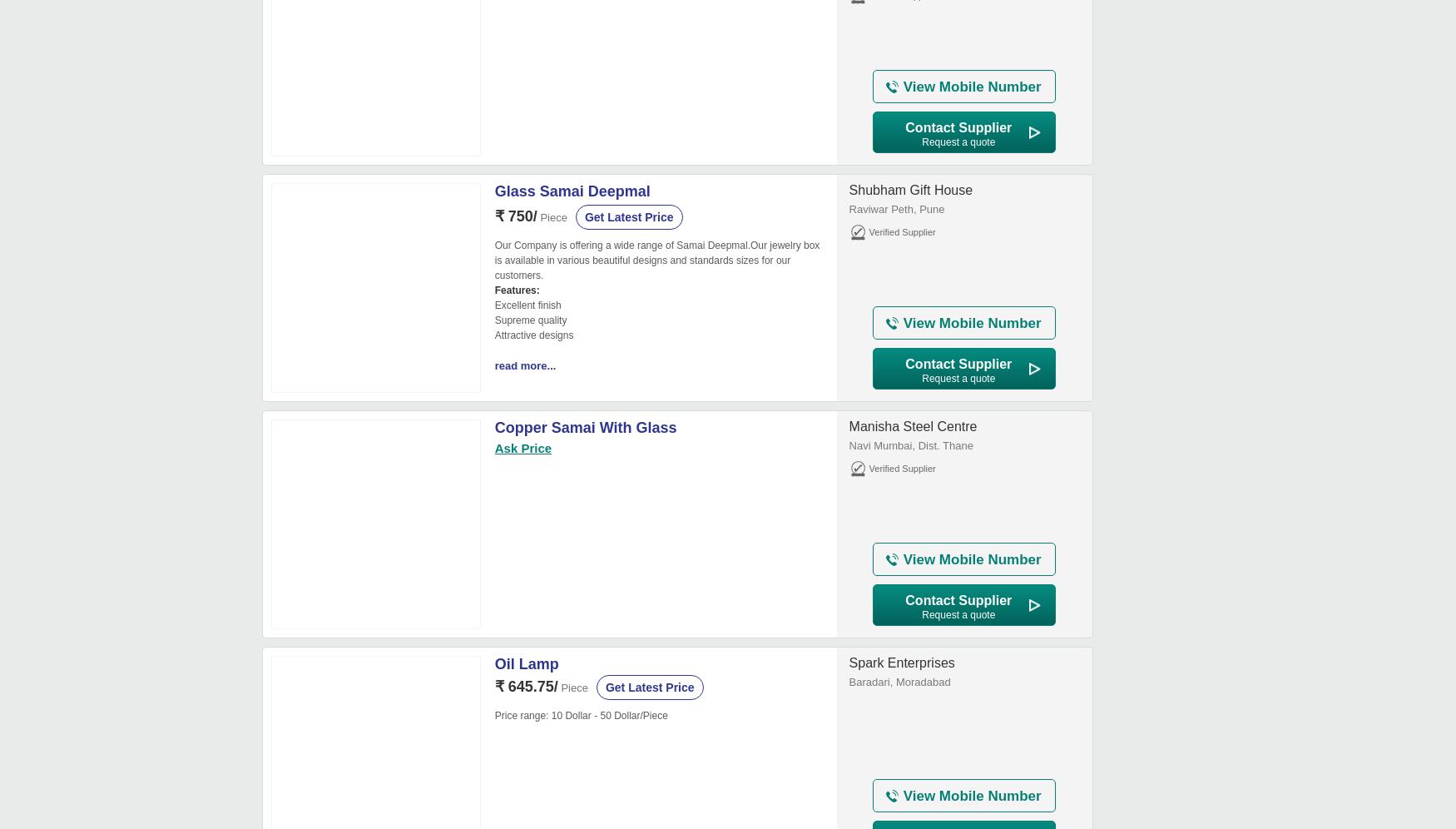  What do you see at coordinates (525, 663) in the screenshot?
I see `'Oil Lamp'` at bounding box center [525, 663].